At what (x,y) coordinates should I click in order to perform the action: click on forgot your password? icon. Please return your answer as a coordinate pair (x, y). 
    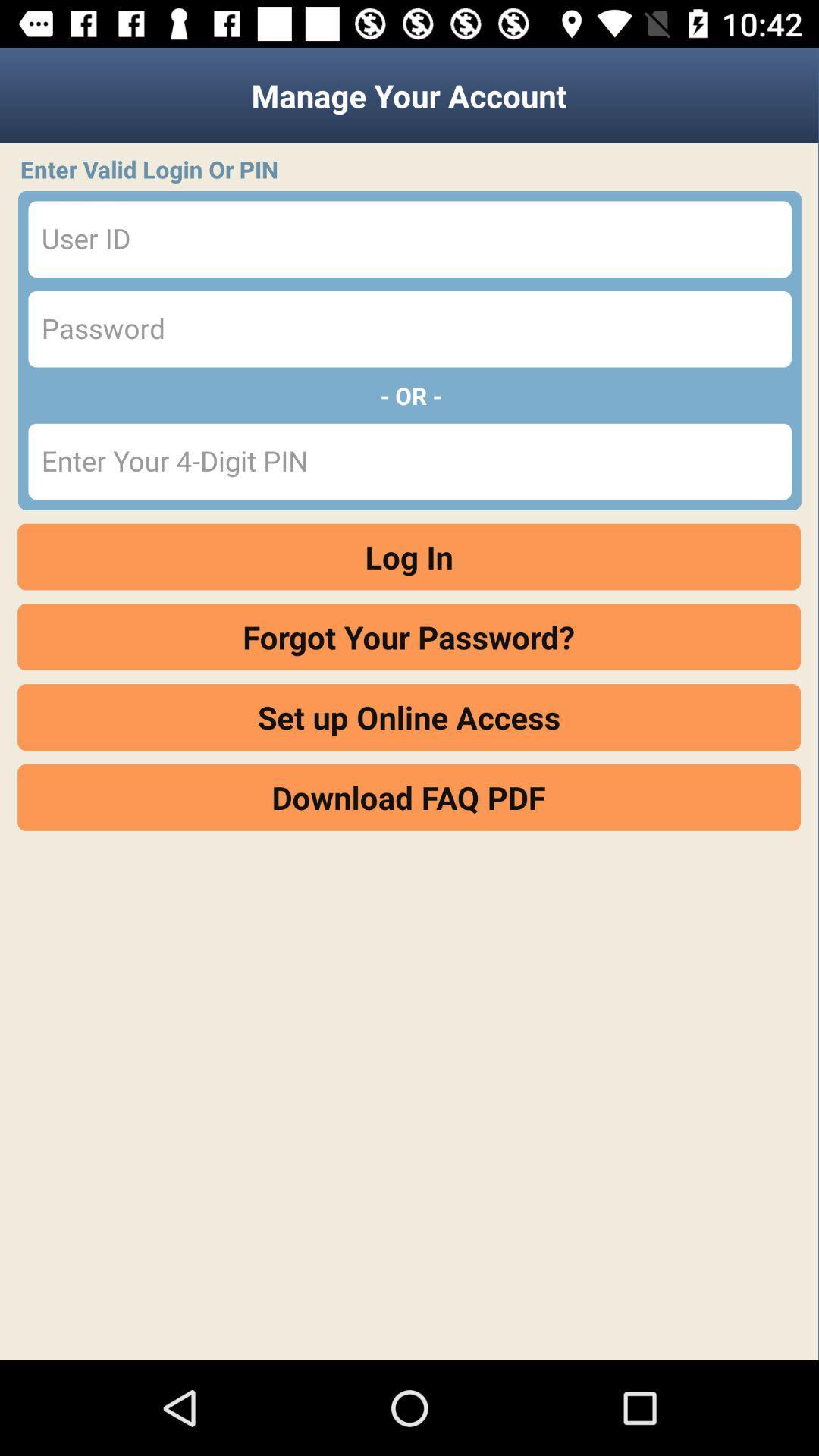
    Looking at the image, I should click on (408, 637).